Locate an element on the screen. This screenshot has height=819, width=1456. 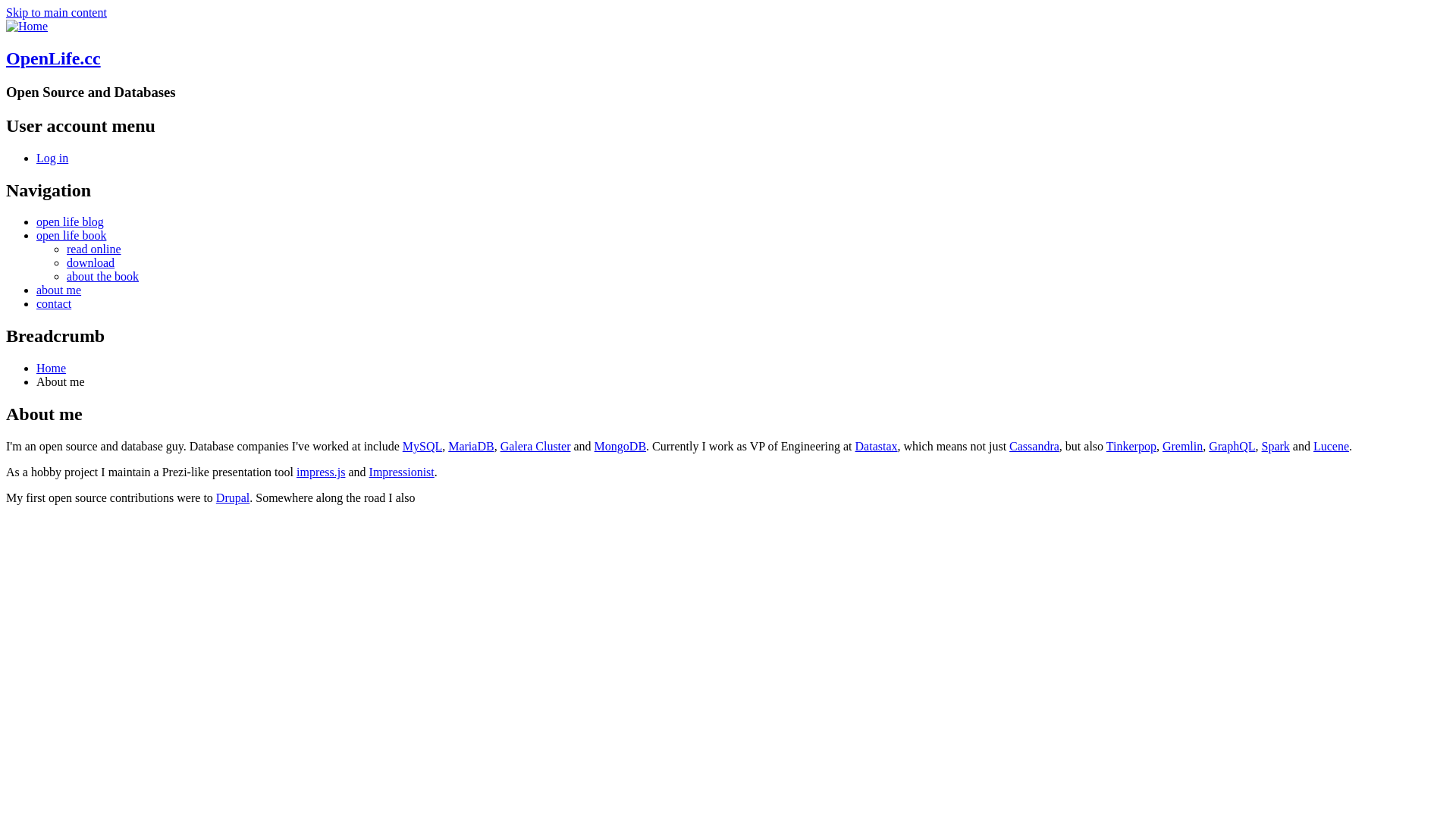
'Log in' is located at coordinates (36, 158).